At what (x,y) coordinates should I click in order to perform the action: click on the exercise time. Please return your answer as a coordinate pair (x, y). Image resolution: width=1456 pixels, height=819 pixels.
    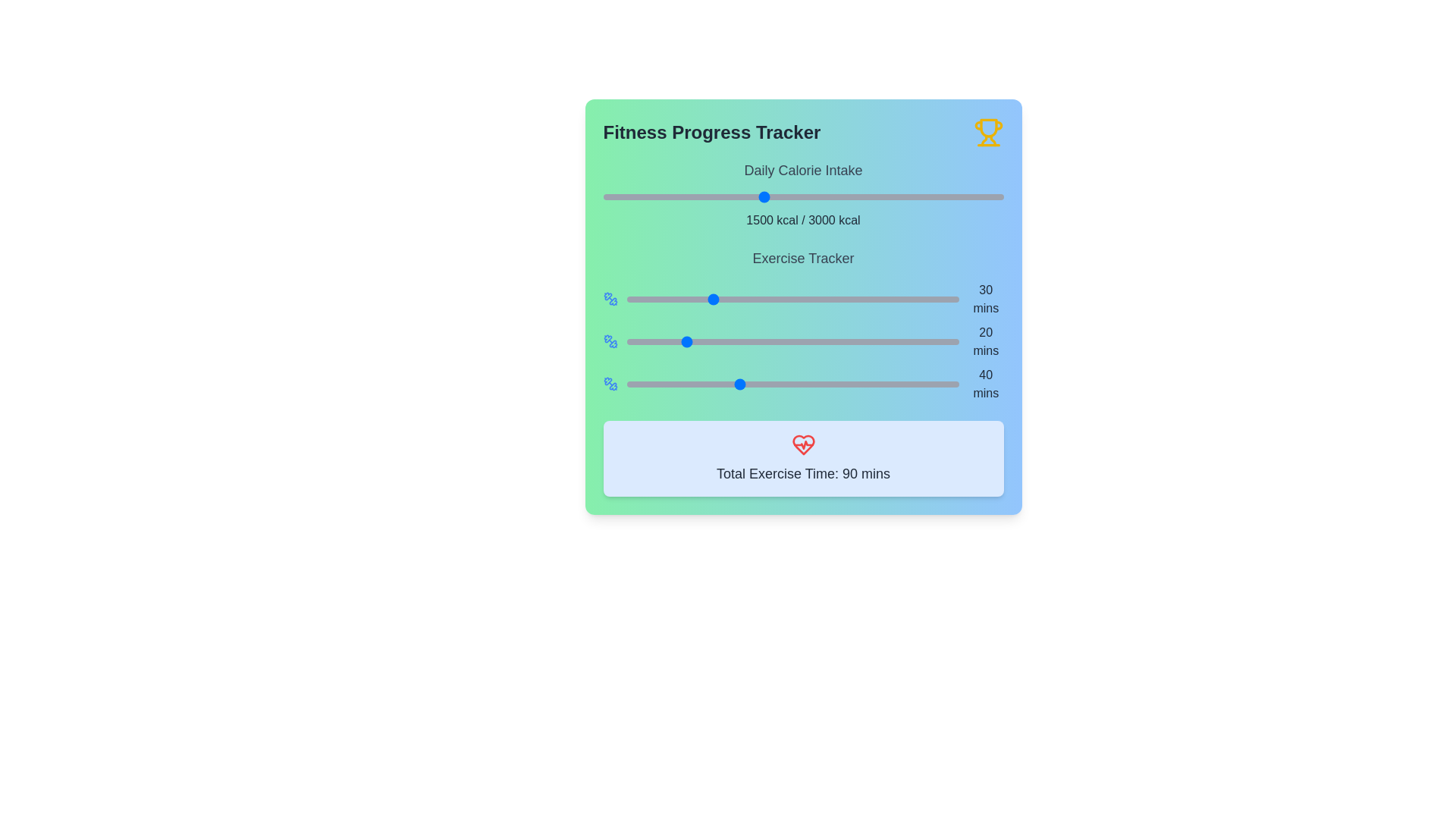
    Looking at the image, I should click on (831, 299).